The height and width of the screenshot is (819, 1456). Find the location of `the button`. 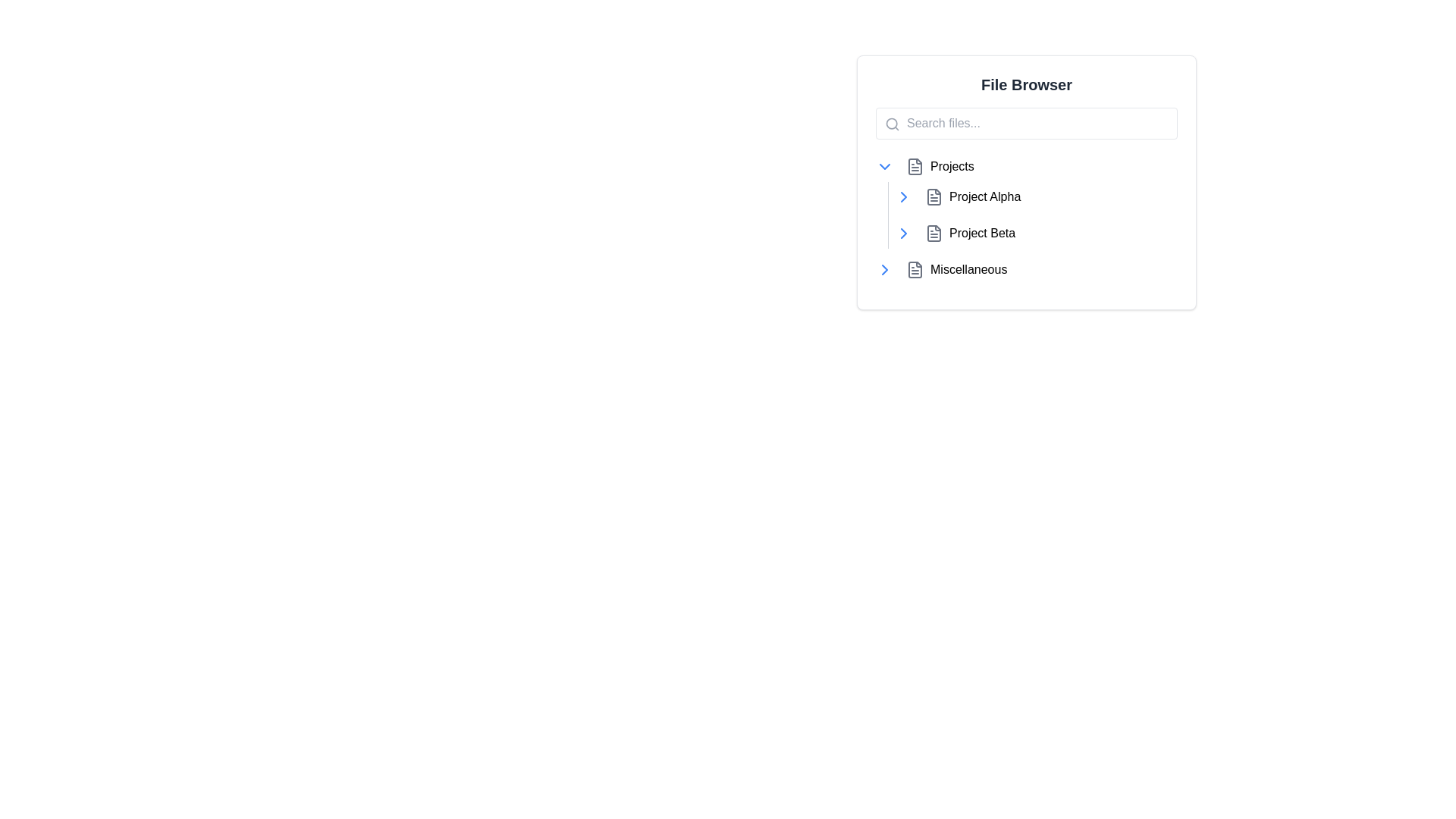

the button is located at coordinates (973, 196).